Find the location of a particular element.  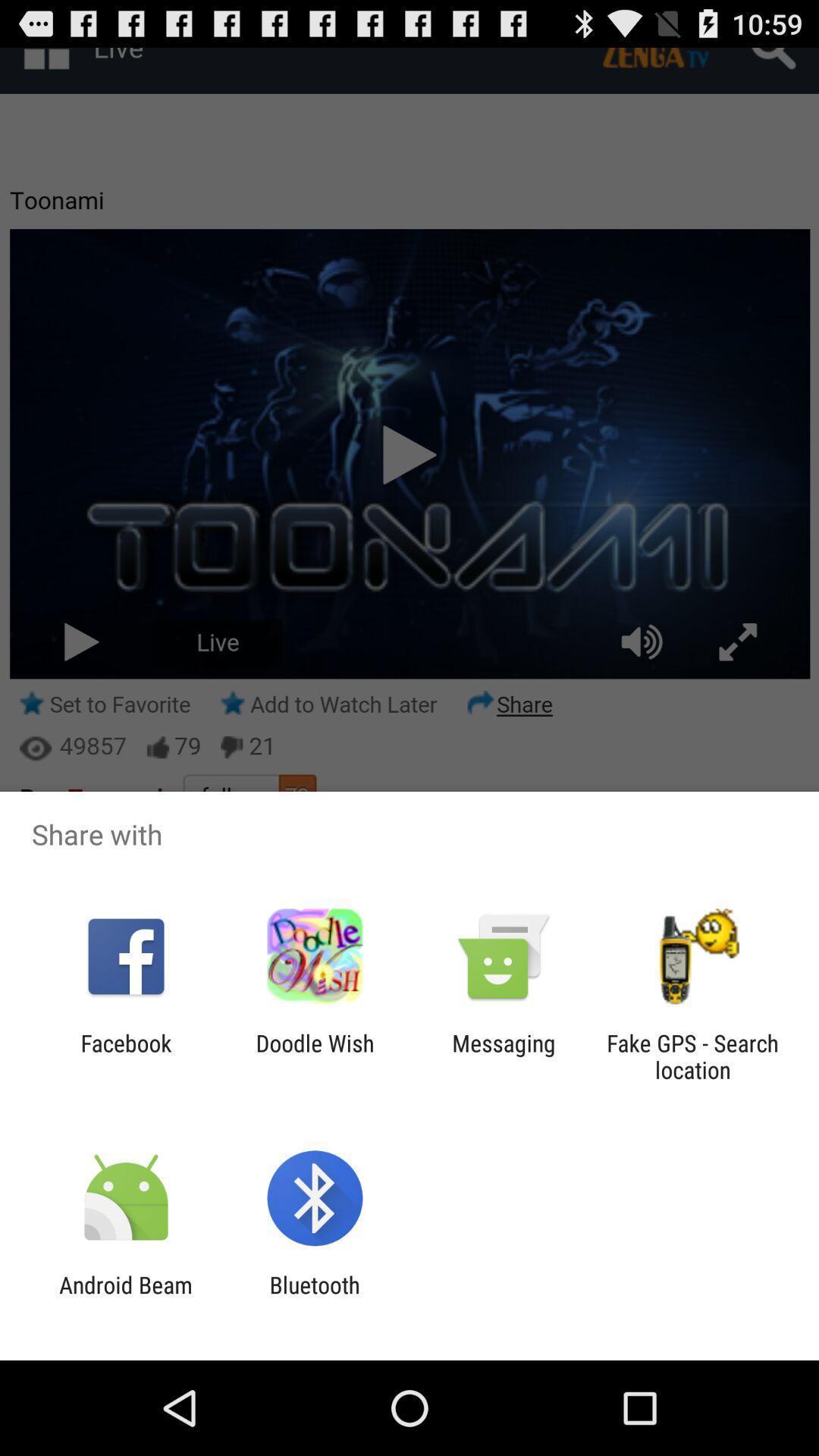

android beam app is located at coordinates (125, 1298).